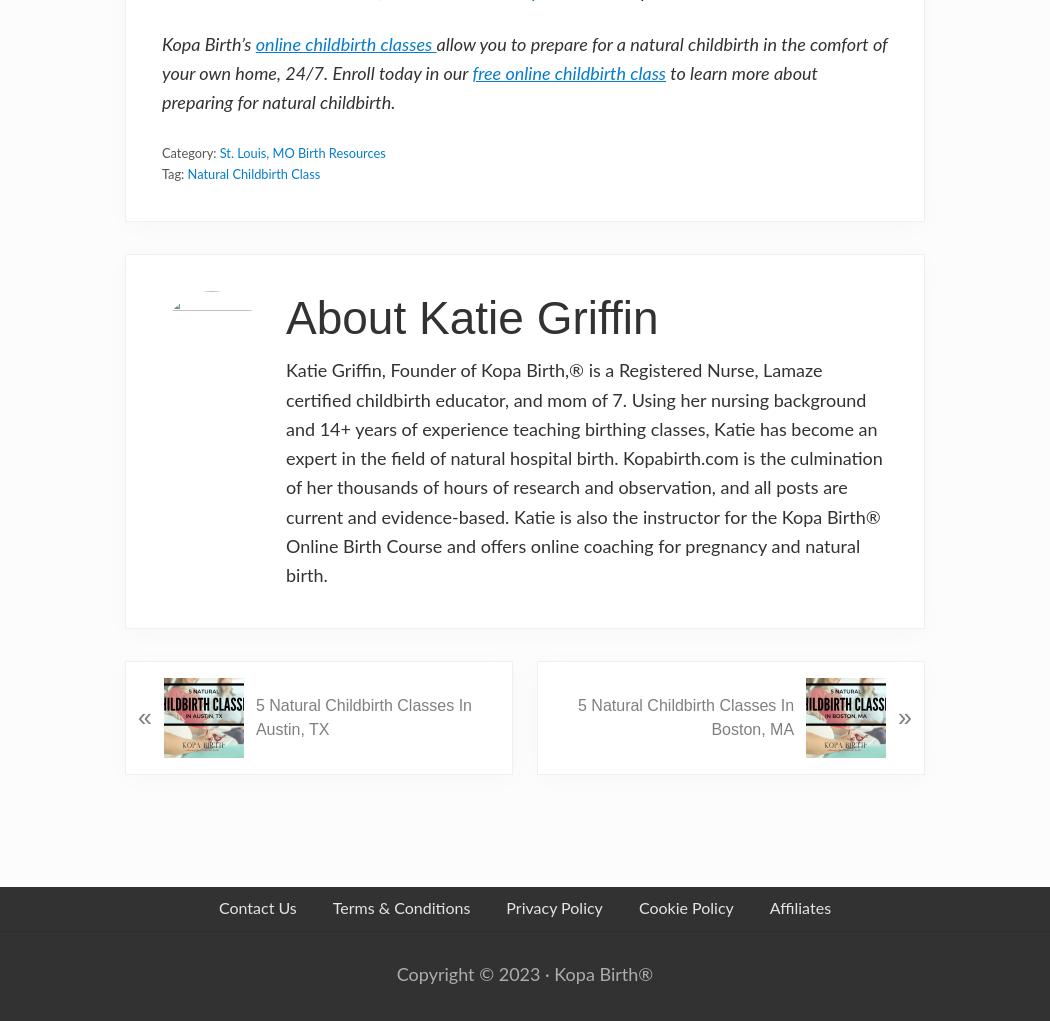  What do you see at coordinates (553, 908) in the screenshot?
I see `'Privacy Policy'` at bounding box center [553, 908].